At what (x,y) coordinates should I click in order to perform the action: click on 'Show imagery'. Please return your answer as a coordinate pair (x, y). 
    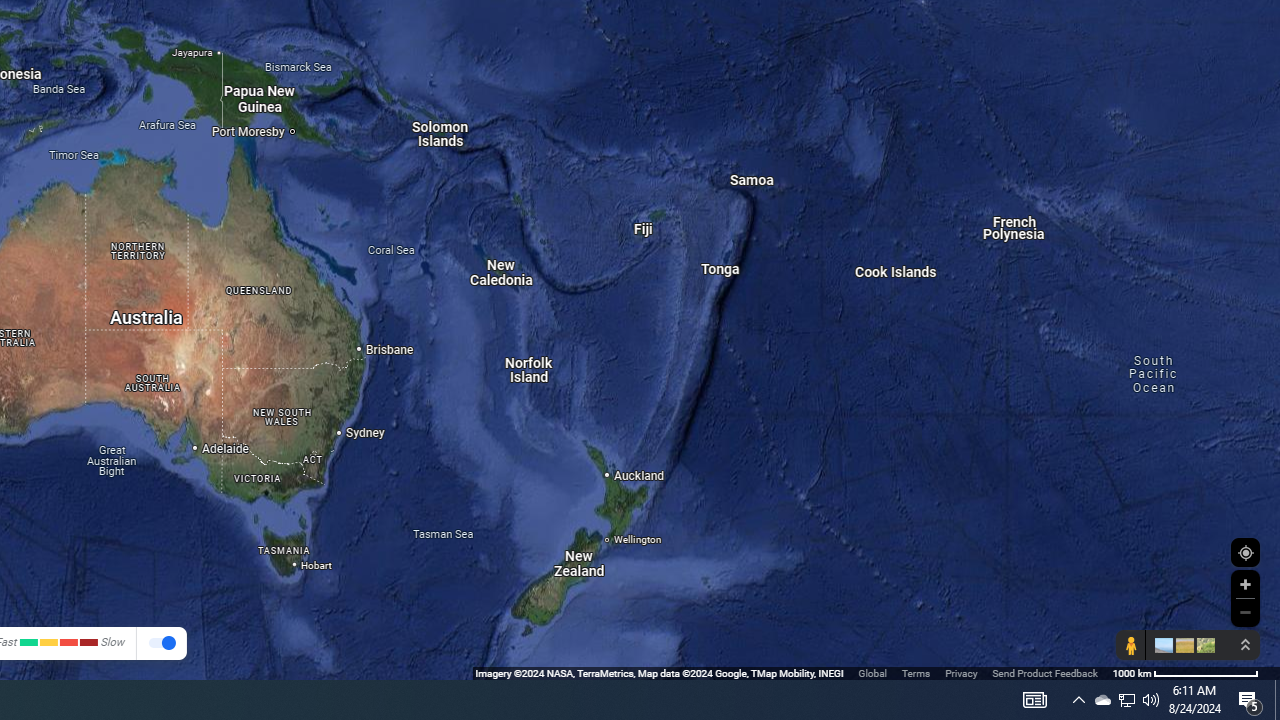
    Looking at the image, I should click on (1202, 645).